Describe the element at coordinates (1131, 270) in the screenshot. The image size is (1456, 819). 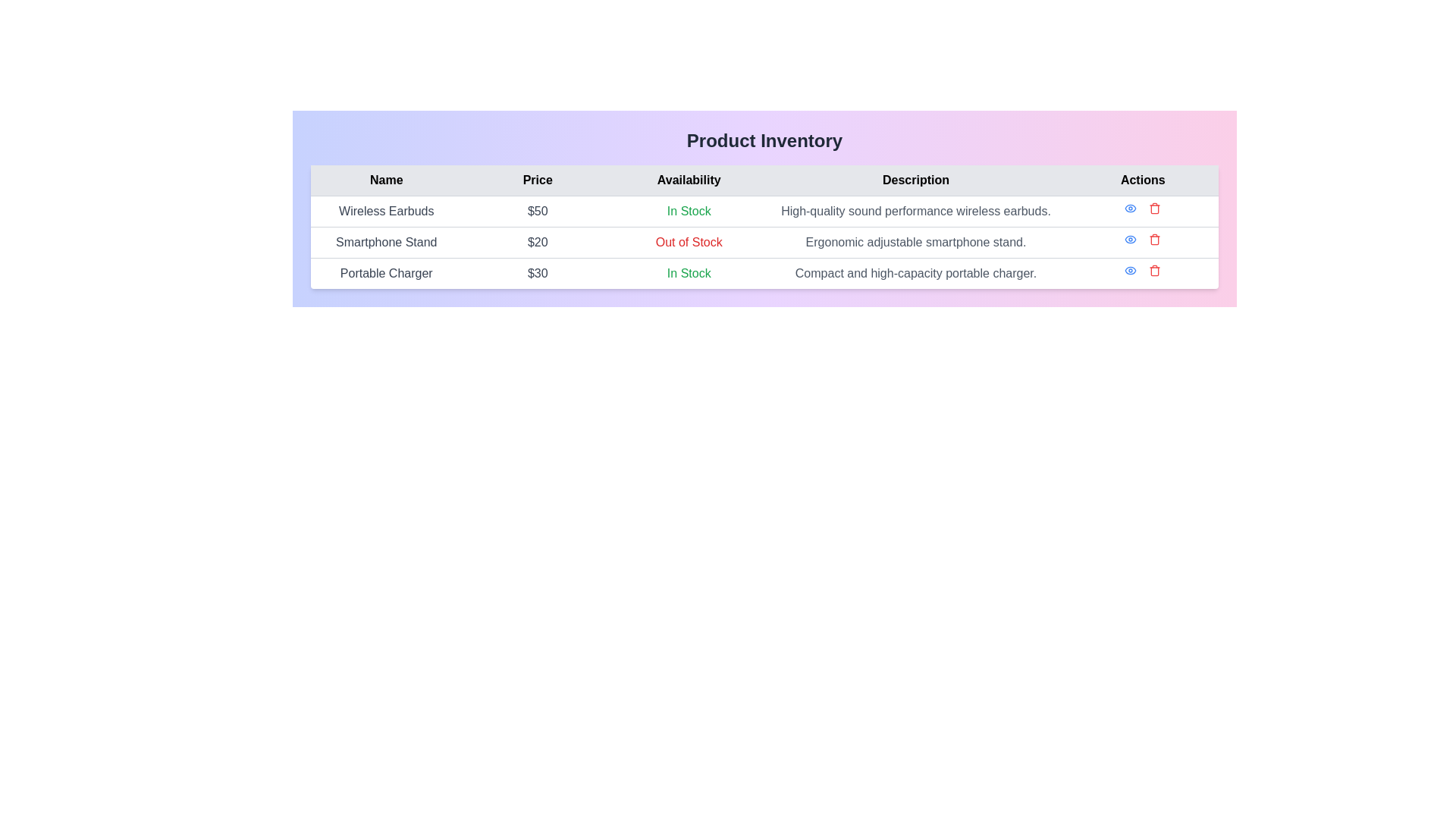
I see `the first icon button in the 'Actions' column of the product table` at that location.